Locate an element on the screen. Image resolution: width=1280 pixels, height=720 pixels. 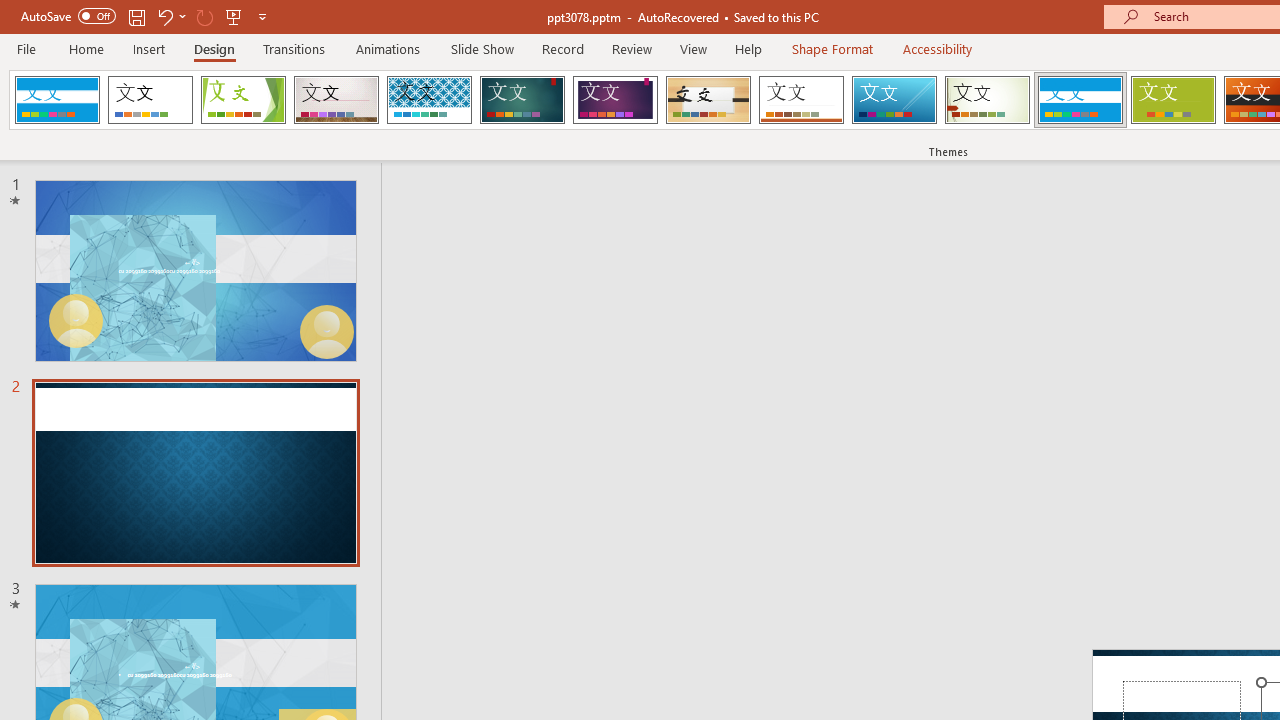
'Dividend' is located at coordinates (57, 100).